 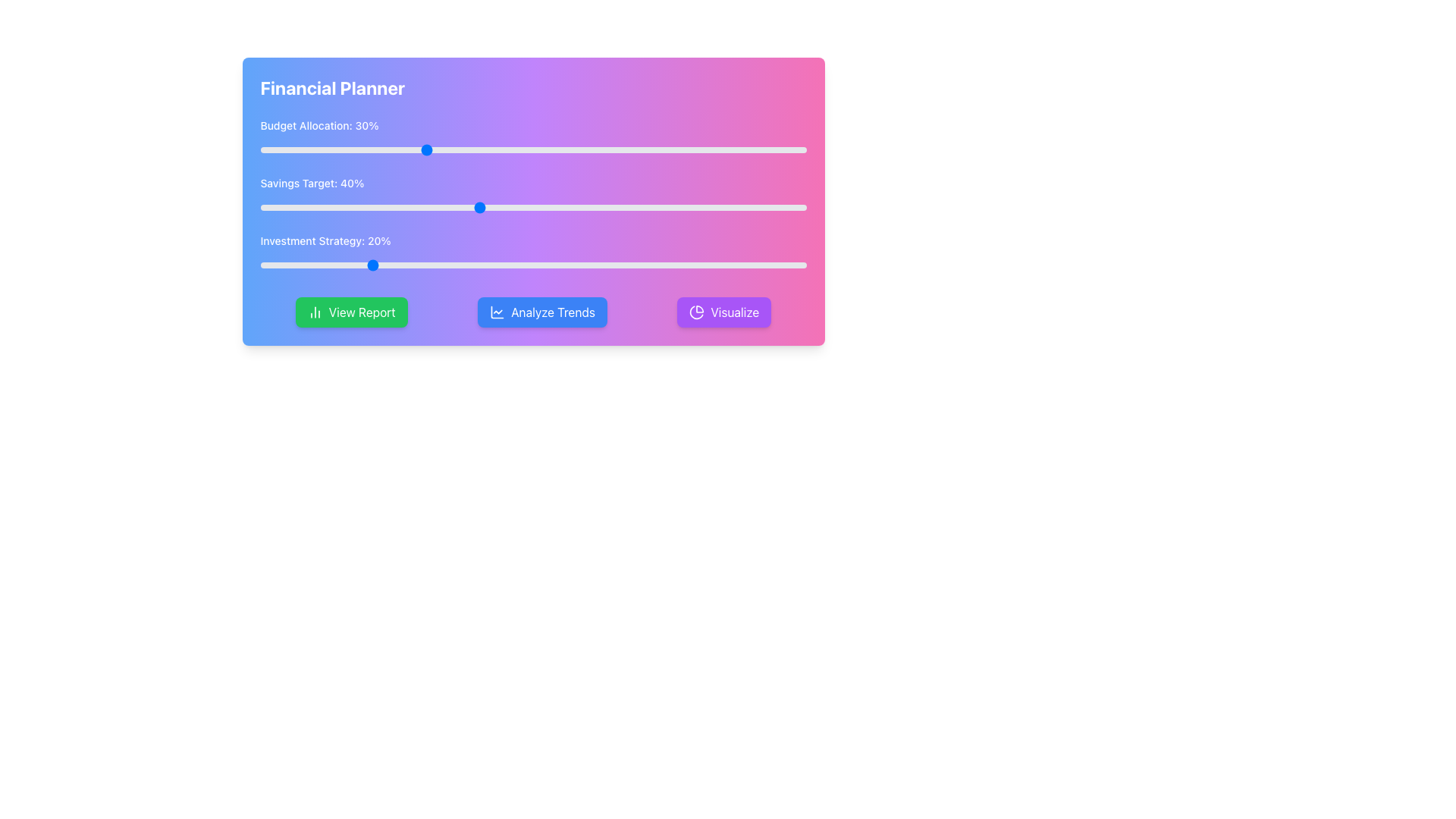 I want to click on the trend analysis button located below the 'Financial Planner' section, positioned to the right of the 'View Report' green button and to the left of the 'Visualize' purple button, to observe styling changes, so click(x=542, y=312).